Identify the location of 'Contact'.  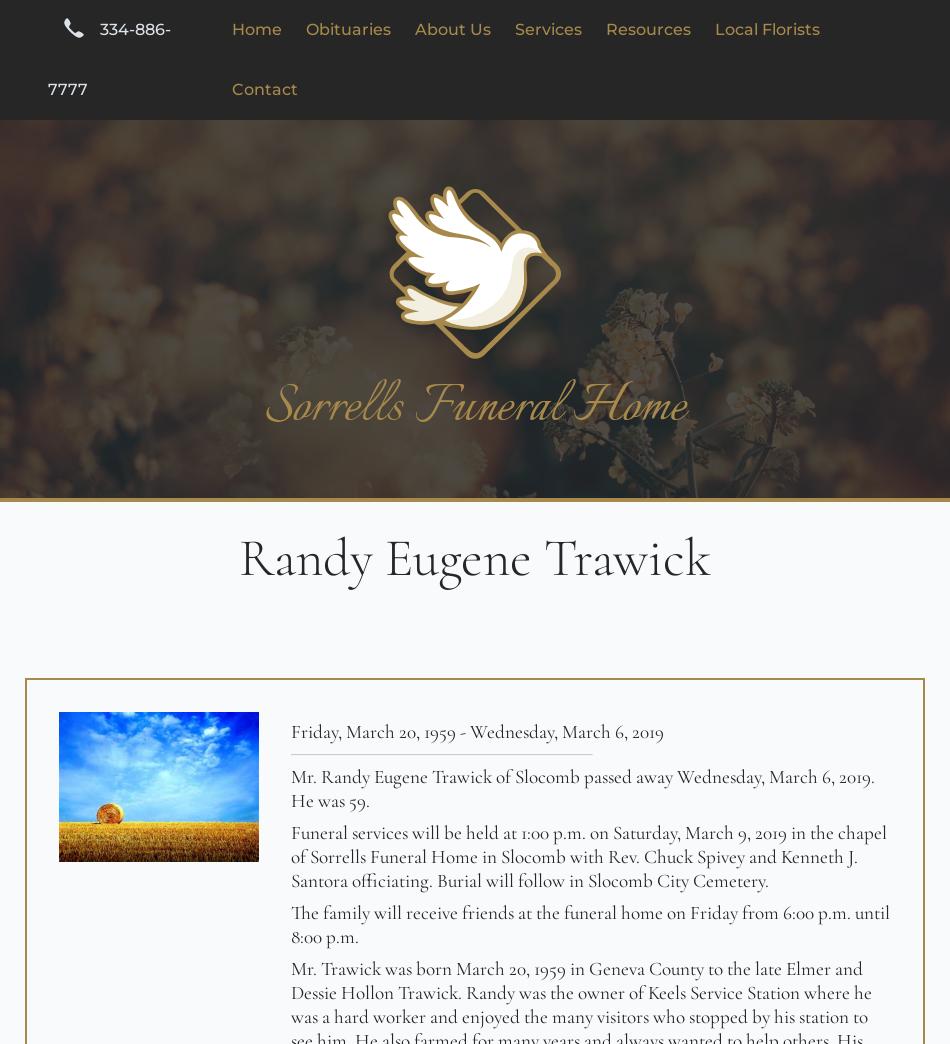
(263, 89).